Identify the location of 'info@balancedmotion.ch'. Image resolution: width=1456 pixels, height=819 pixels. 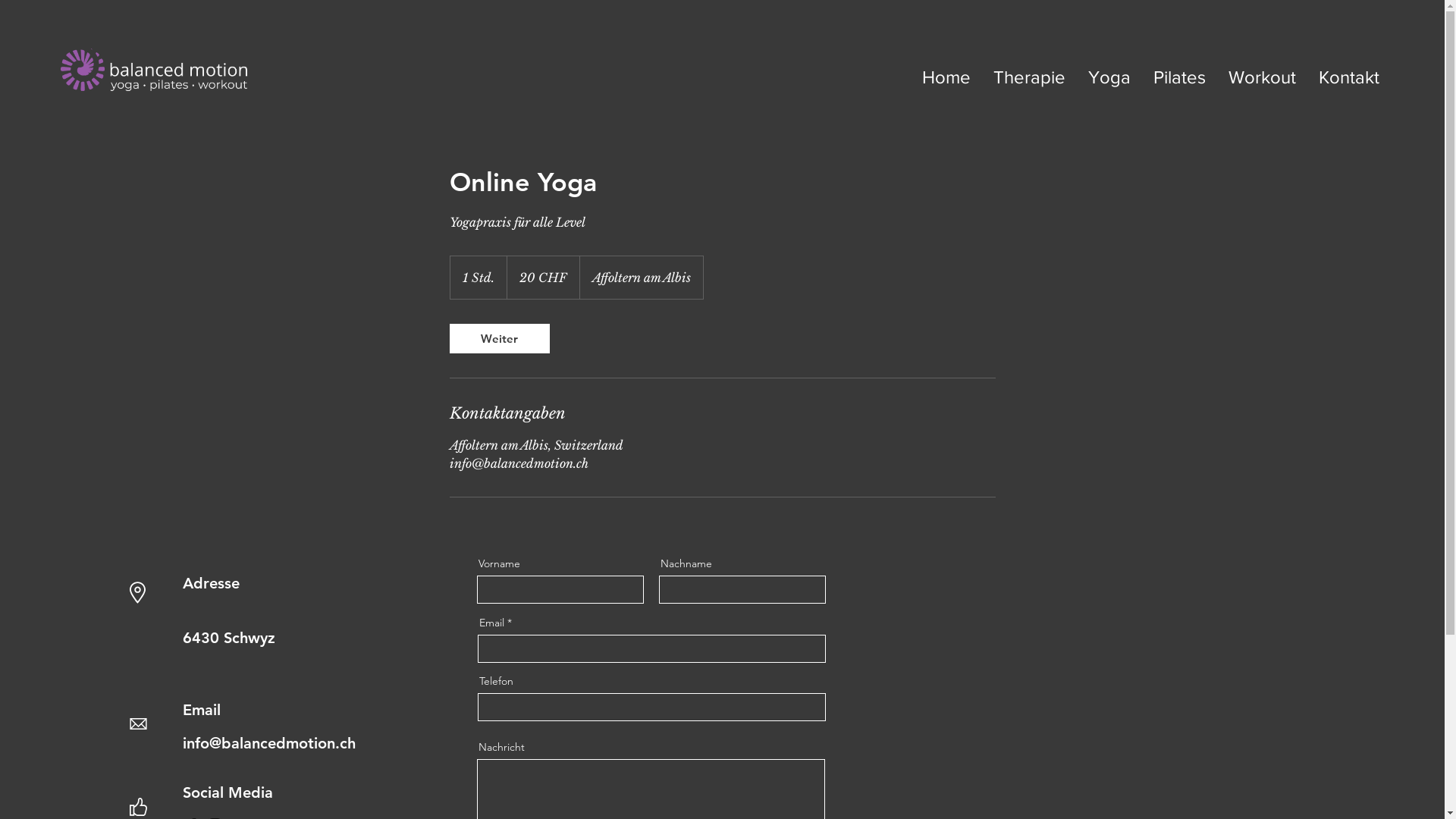
(182, 742).